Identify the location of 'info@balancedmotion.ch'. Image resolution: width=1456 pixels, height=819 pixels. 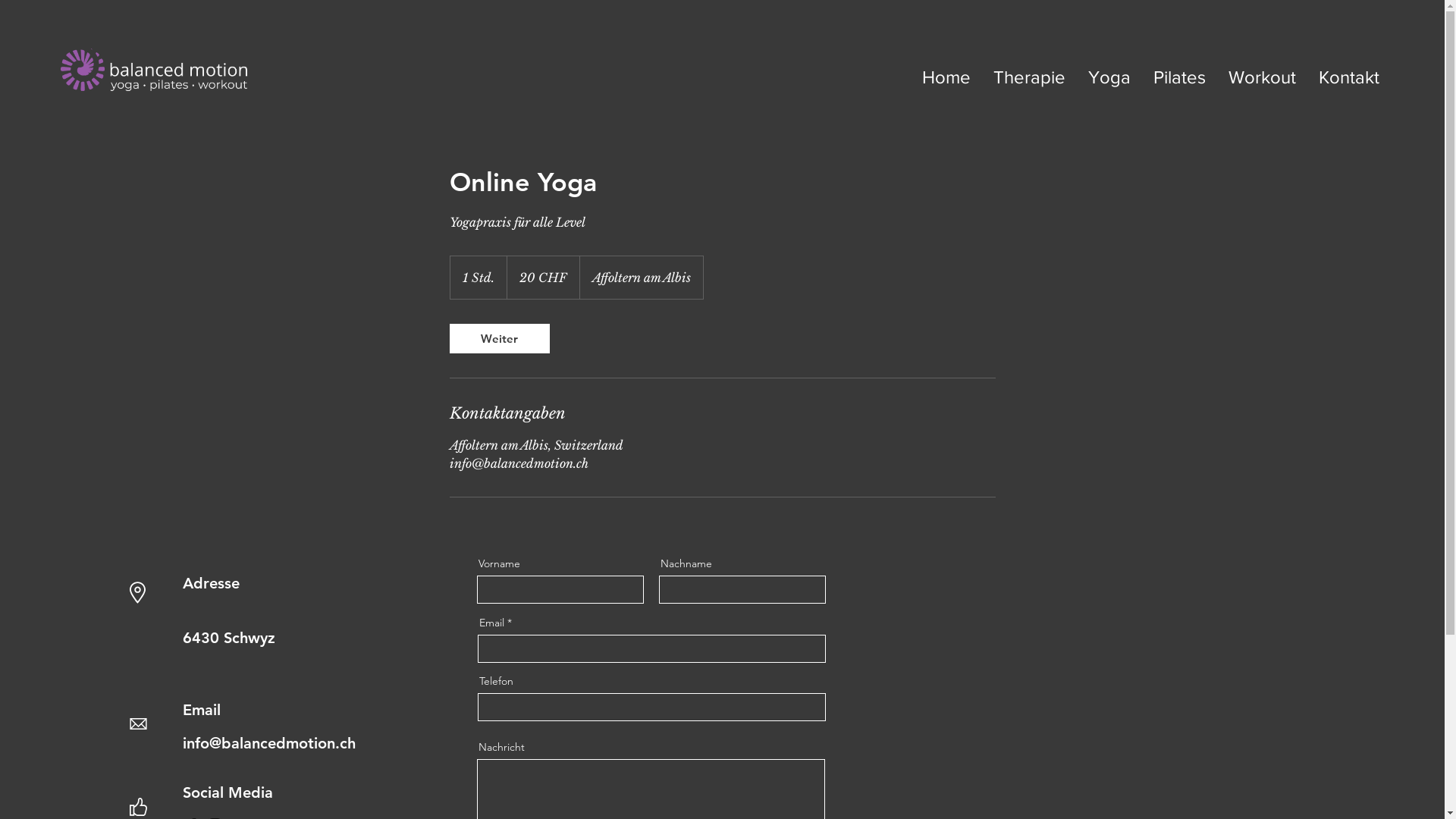
(182, 742).